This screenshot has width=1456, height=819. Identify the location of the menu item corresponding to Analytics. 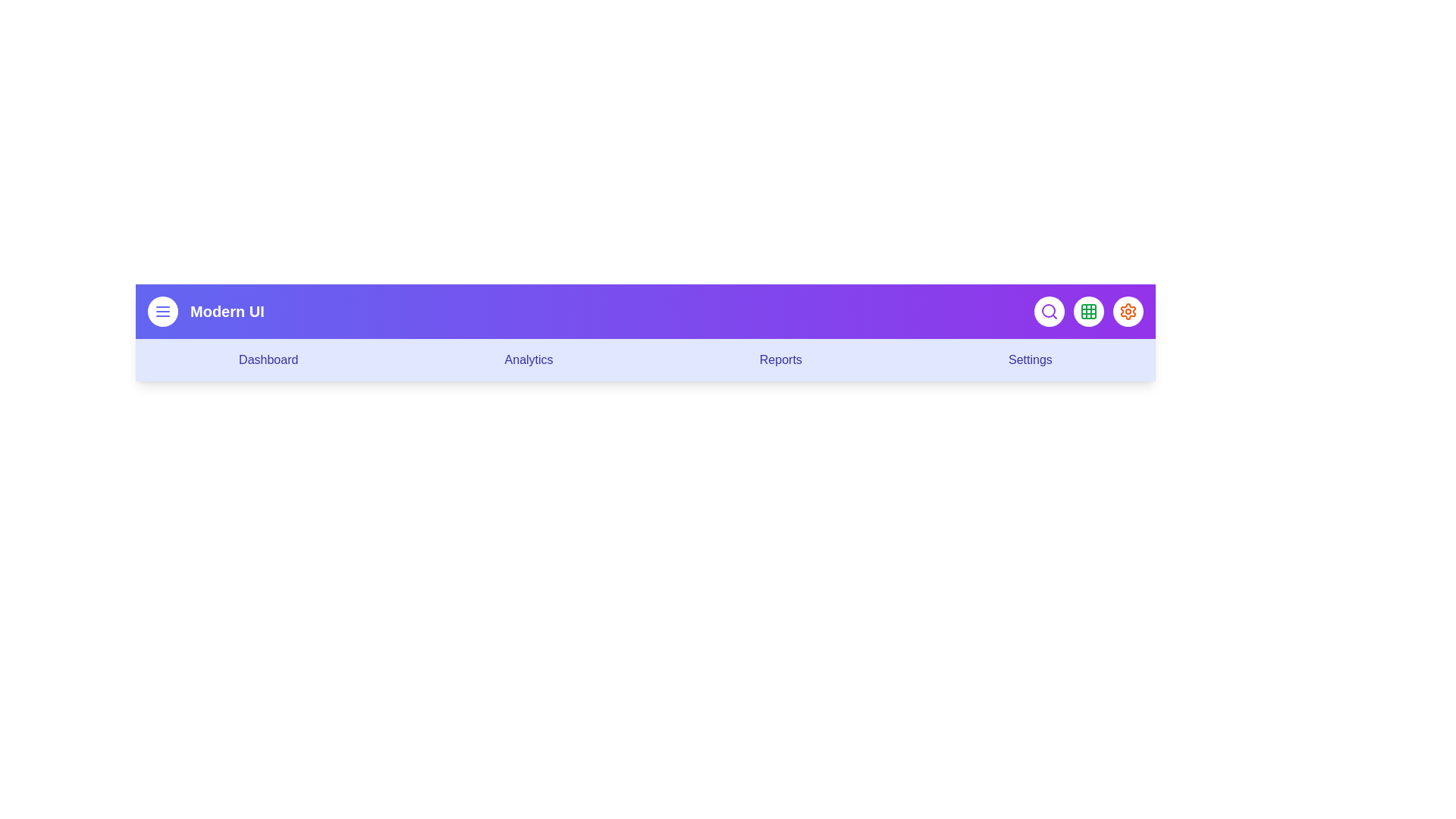
(529, 359).